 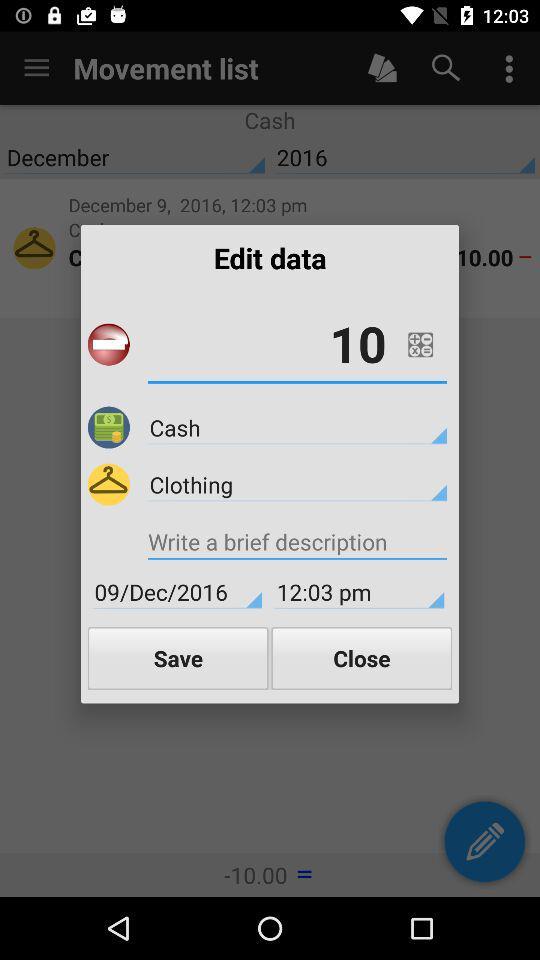 I want to click on clothing, so click(x=296, y=483).